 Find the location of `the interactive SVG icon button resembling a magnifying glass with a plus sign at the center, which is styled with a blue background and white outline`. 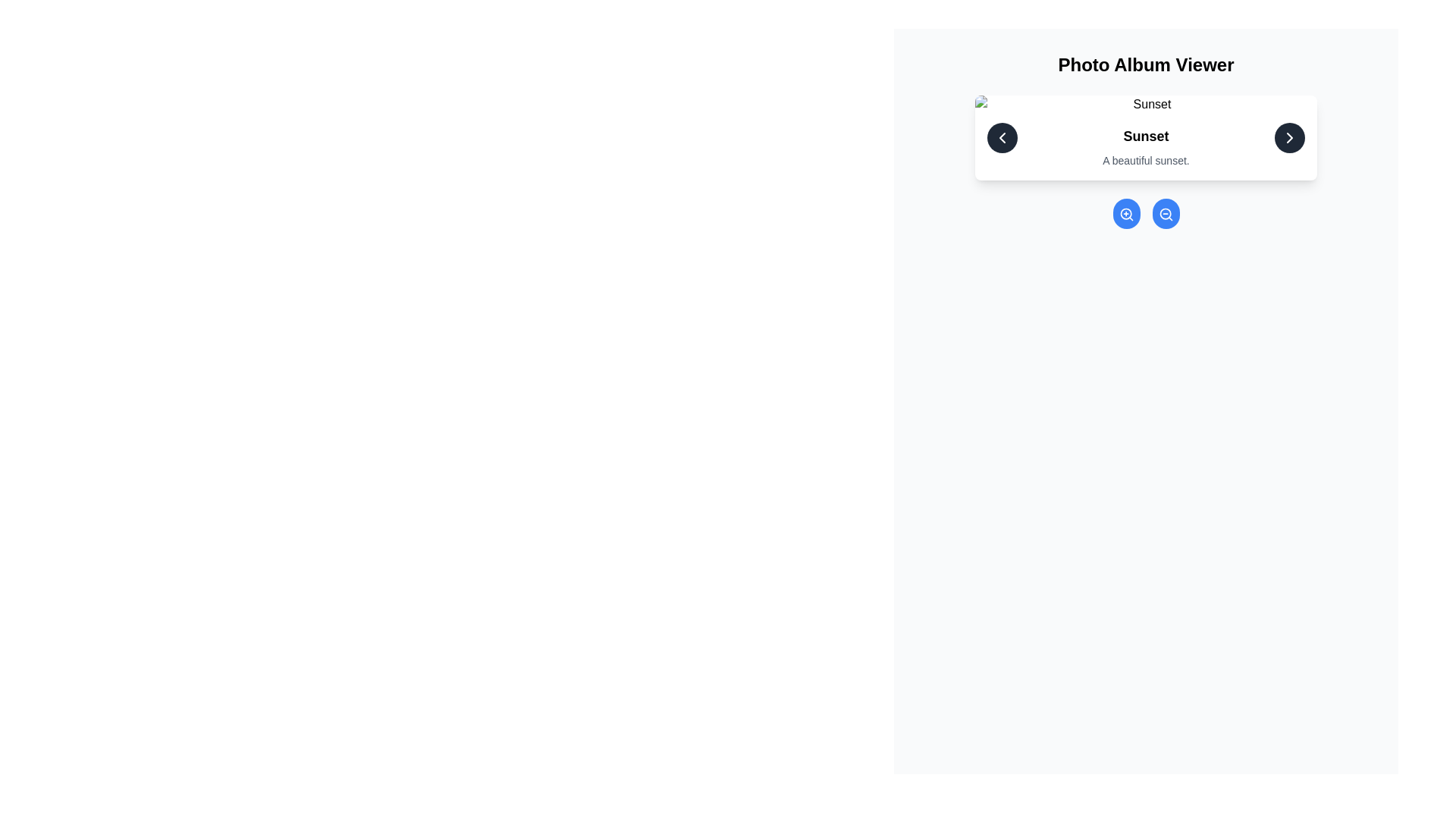

the interactive SVG icon button resembling a magnifying glass with a plus sign at the center, which is styled with a blue background and white outline is located at coordinates (1126, 214).